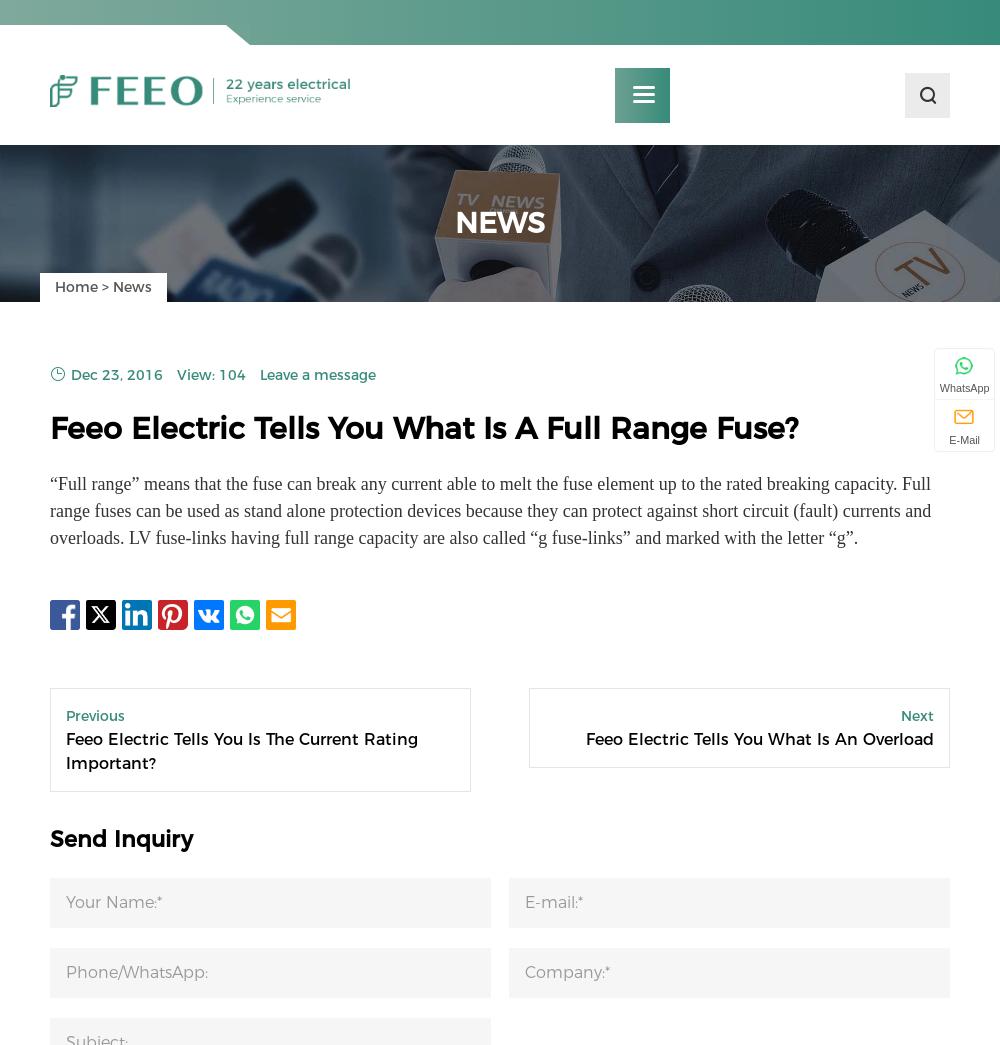  I want to click on 'Dec 23, 2016', so click(70, 383).